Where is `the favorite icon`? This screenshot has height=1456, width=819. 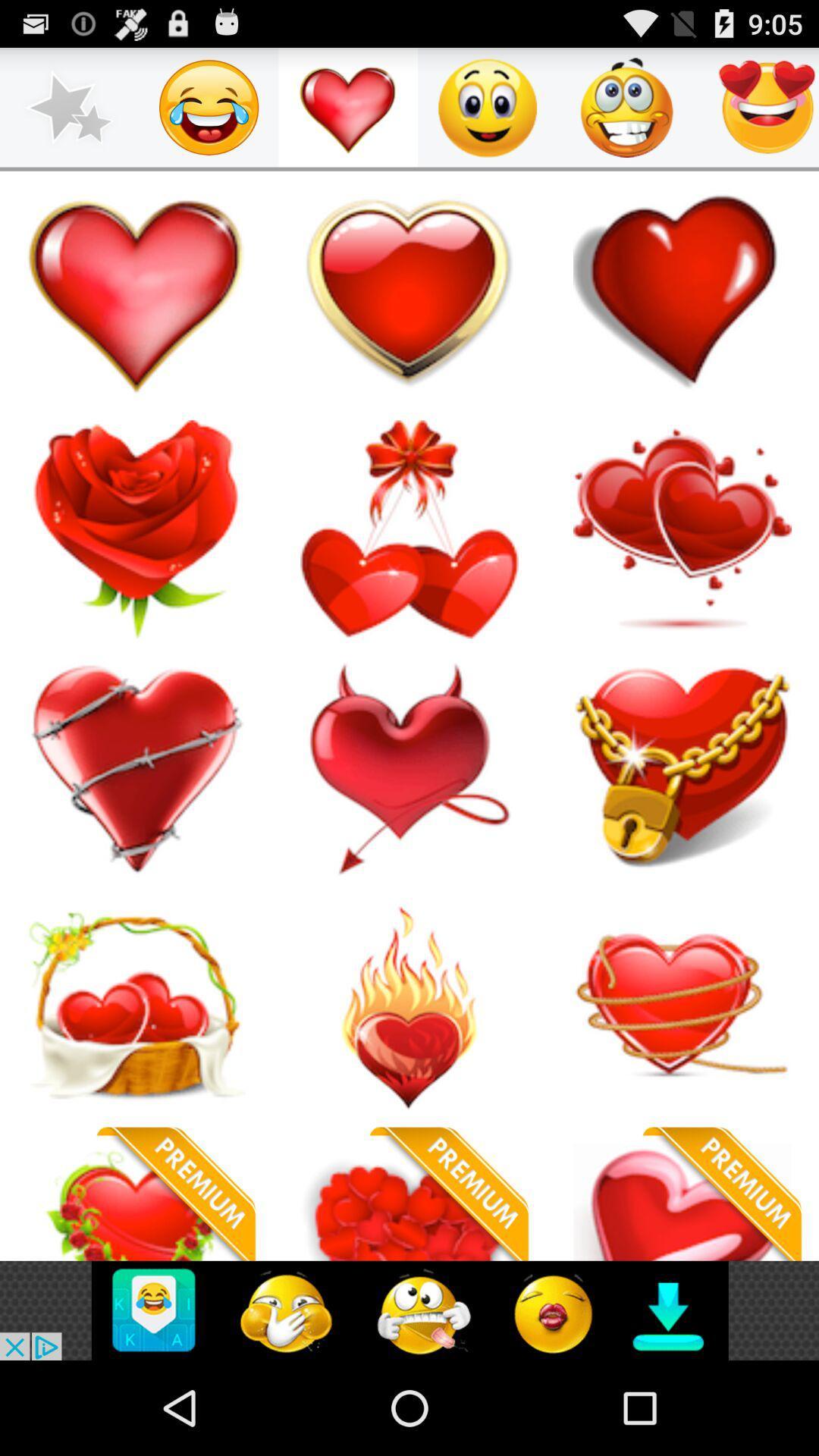
the favorite icon is located at coordinates (348, 115).